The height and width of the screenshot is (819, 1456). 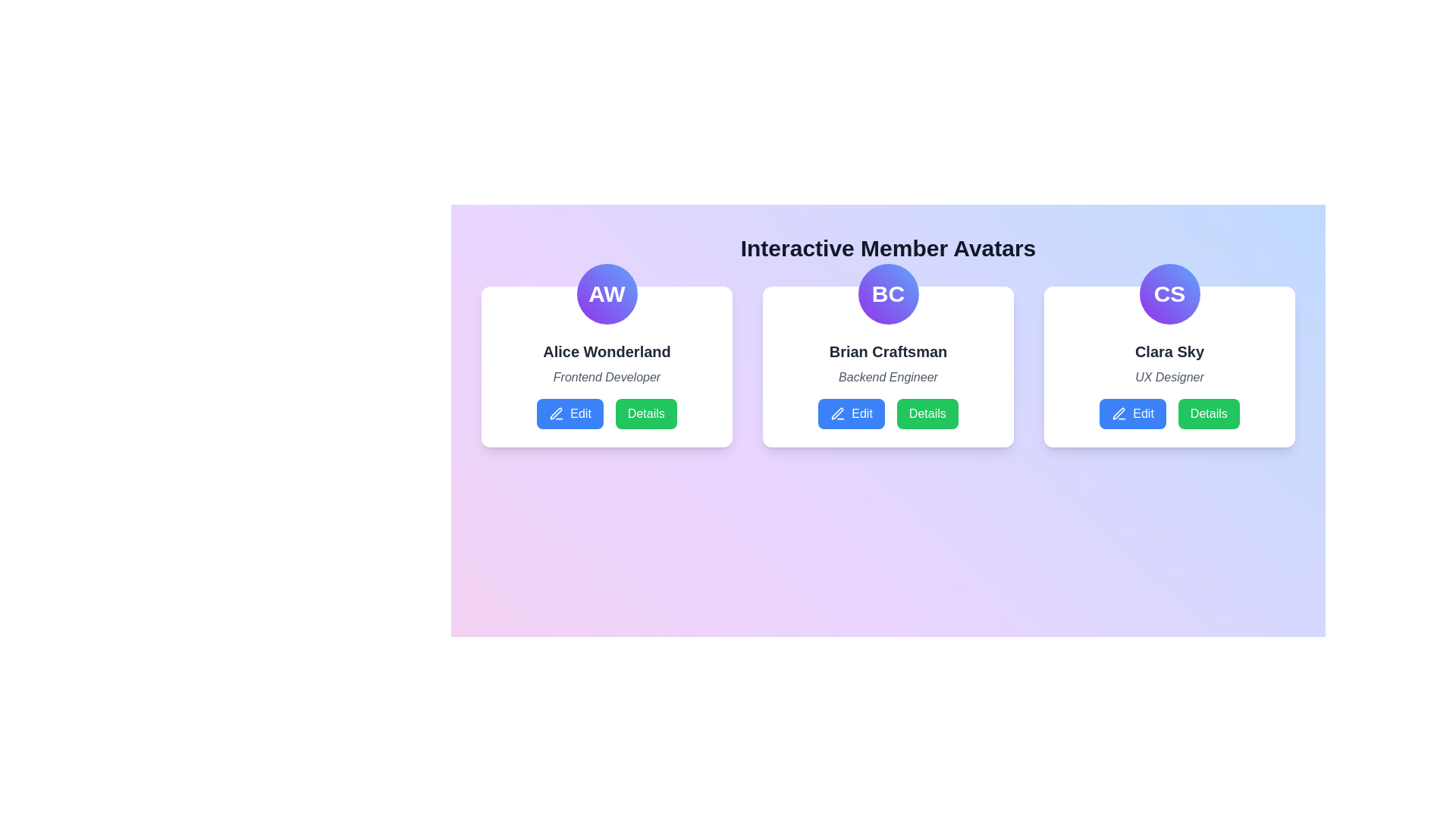 I want to click on the blue pen icon within the 'Edit' button on the card for 'Alice Wonderland', so click(x=555, y=413).